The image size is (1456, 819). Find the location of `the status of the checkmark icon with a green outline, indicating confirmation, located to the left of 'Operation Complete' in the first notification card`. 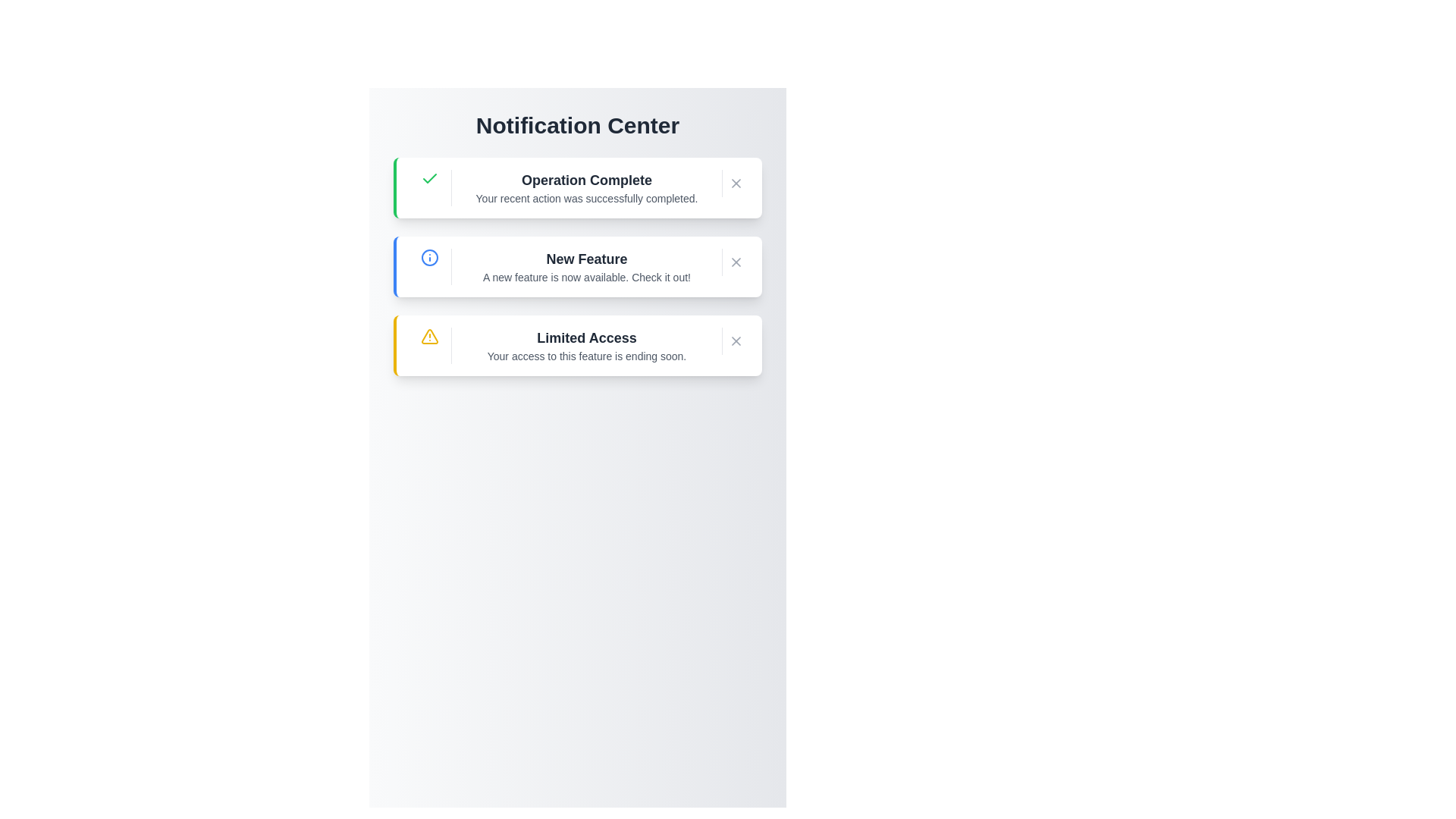

the status of the checkmark icon with a green outline, indicating confirmation, located to the left of 'Operation Complete' in the first notification card is located at coordinates (428, 177).